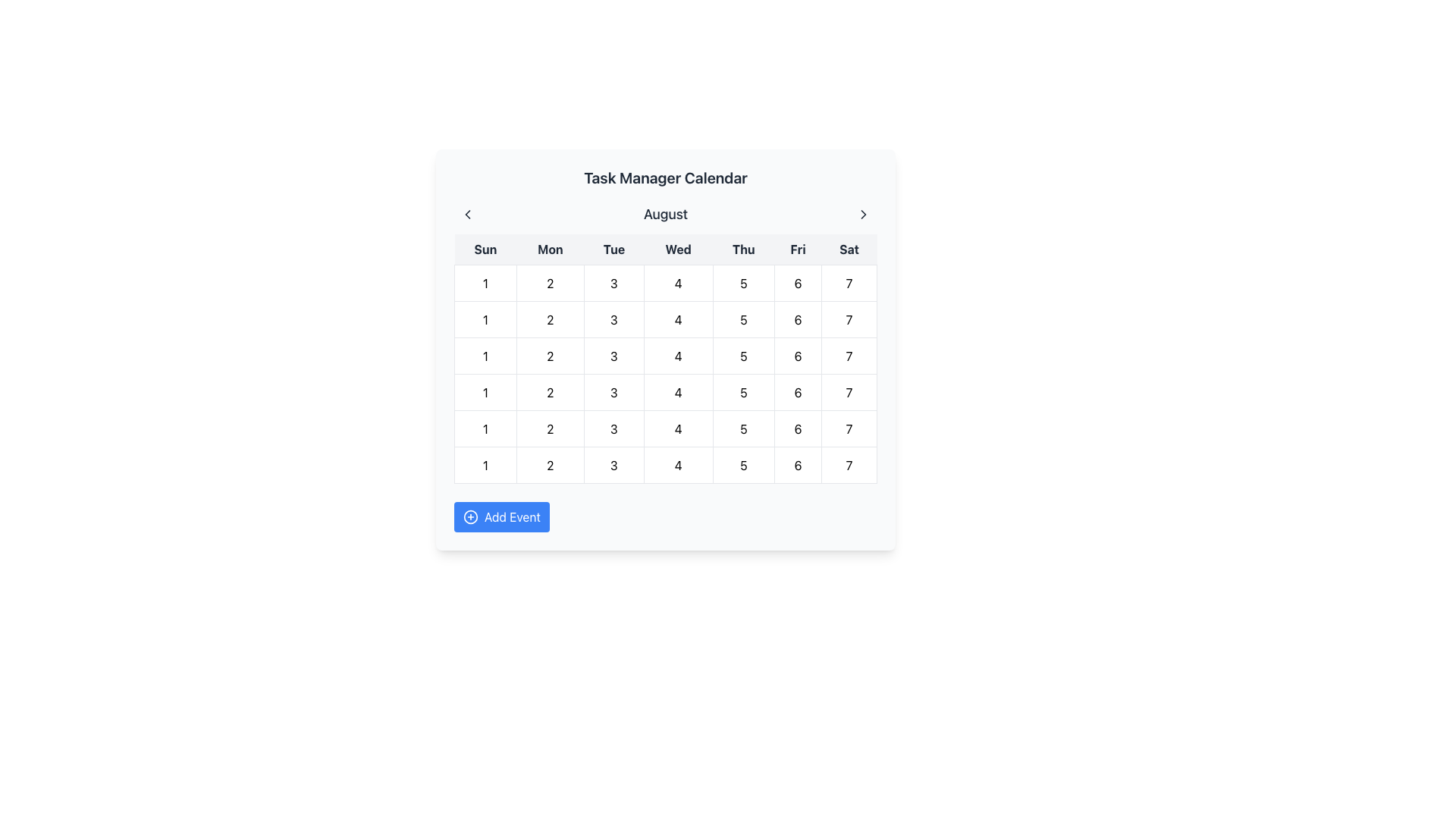 The image size is (1456, 819). What do you see at coordinates (677, 318) in the screenshot?
I see `the Calendar Cell representing the date '4'` at bounding box center [677, 318].